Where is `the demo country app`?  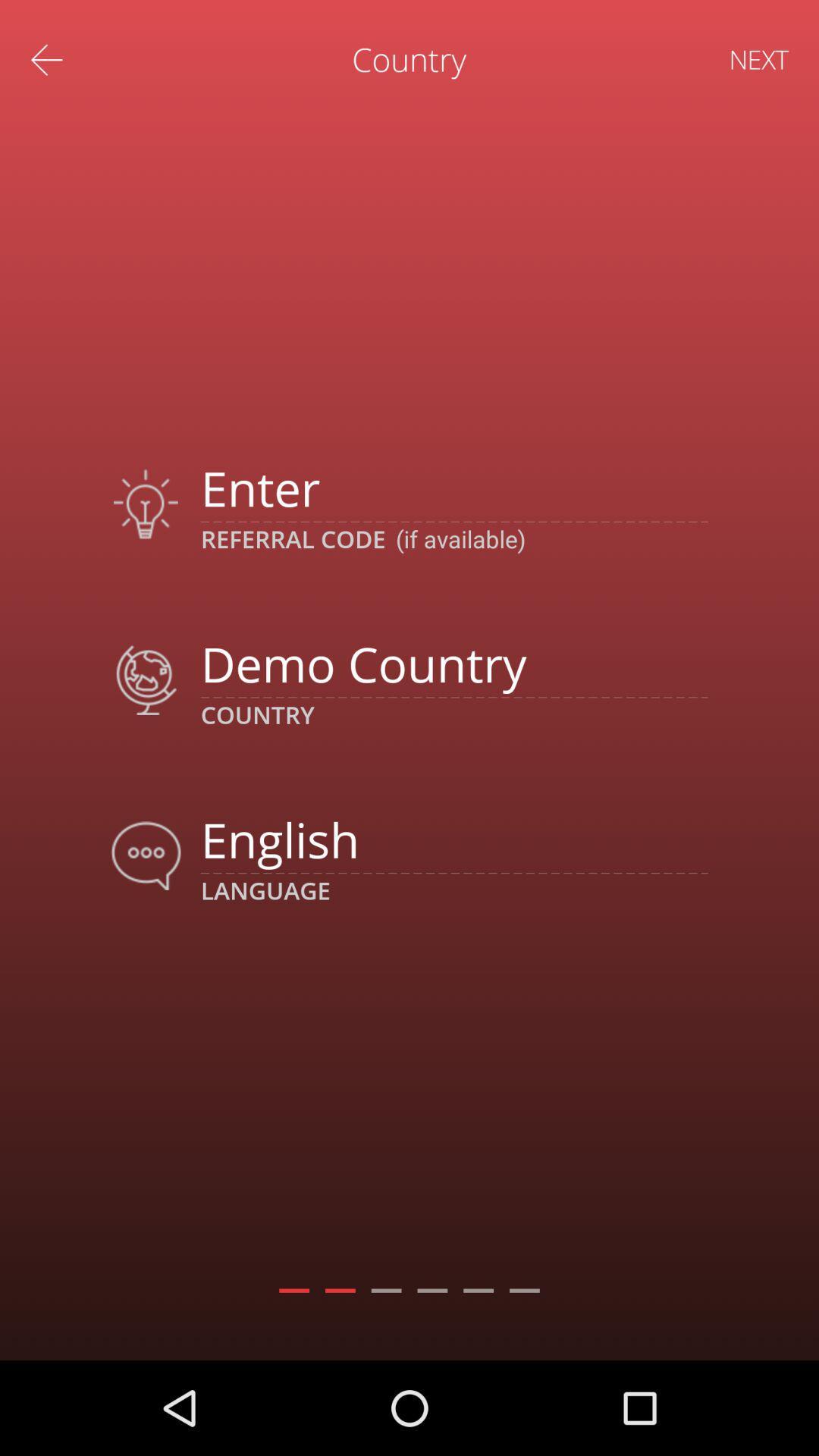
the demo country app is located at coordinates (453, 664).